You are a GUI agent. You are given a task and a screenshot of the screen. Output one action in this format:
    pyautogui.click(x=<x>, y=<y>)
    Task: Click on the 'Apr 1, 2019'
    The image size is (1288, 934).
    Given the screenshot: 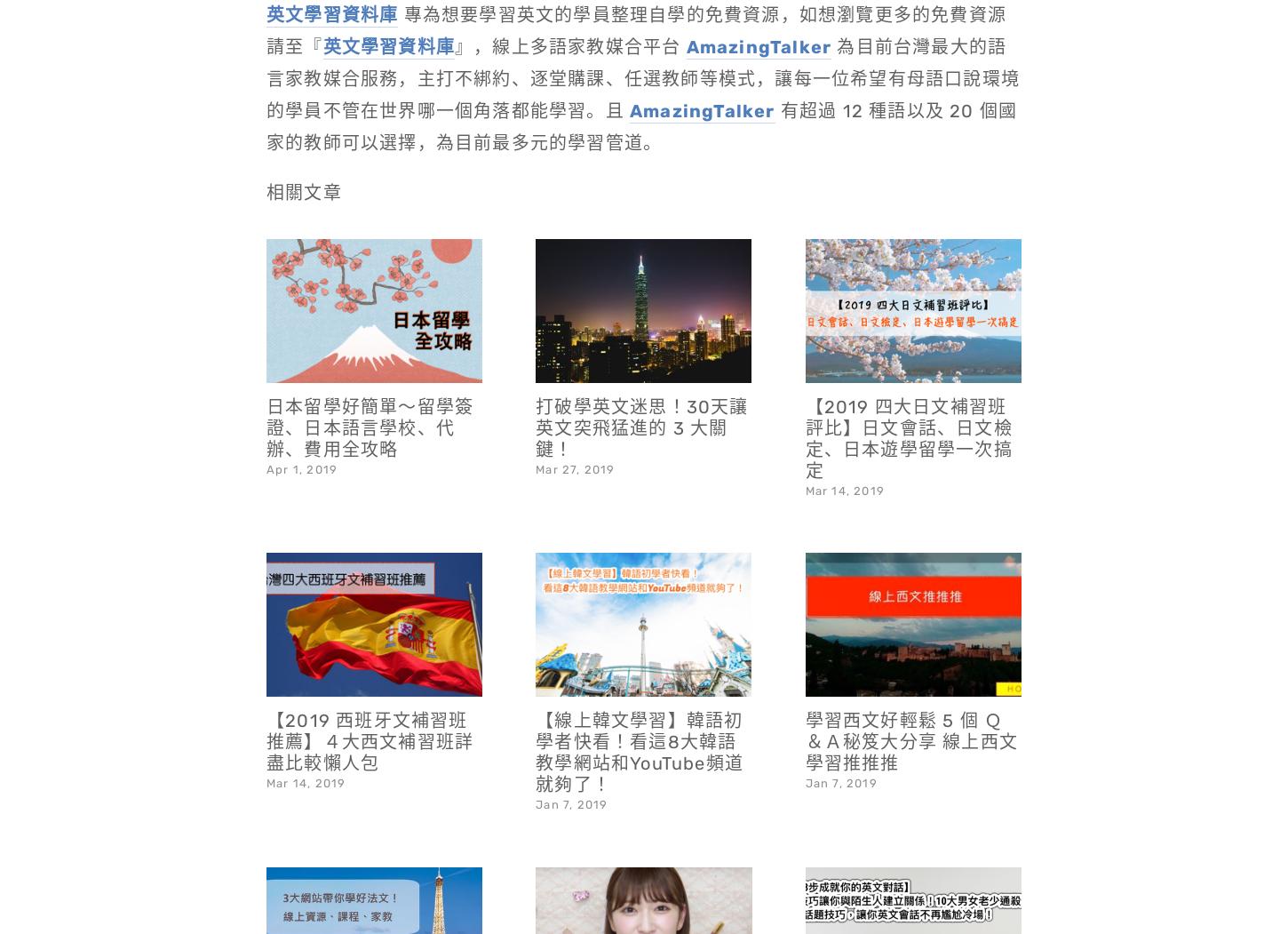 What is the action you would take?
    pyautogui.click(x=301, y=422)
    